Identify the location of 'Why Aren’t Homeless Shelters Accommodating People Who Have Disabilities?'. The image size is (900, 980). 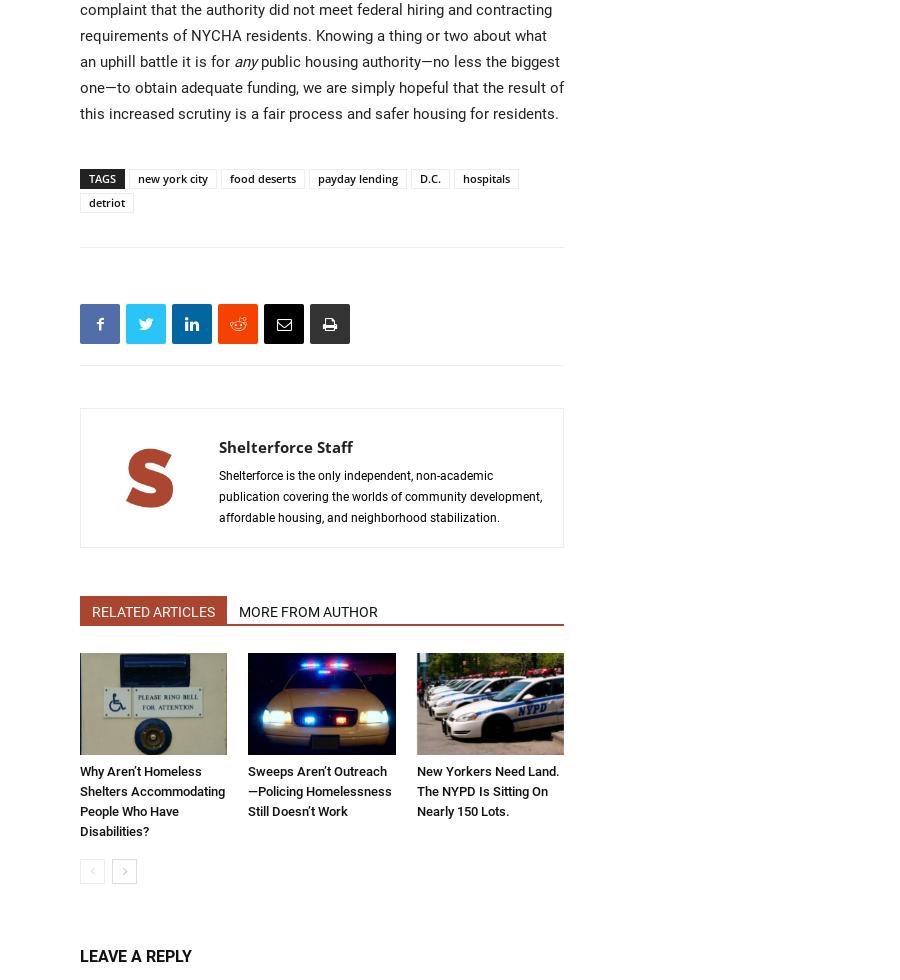
(152, 800).